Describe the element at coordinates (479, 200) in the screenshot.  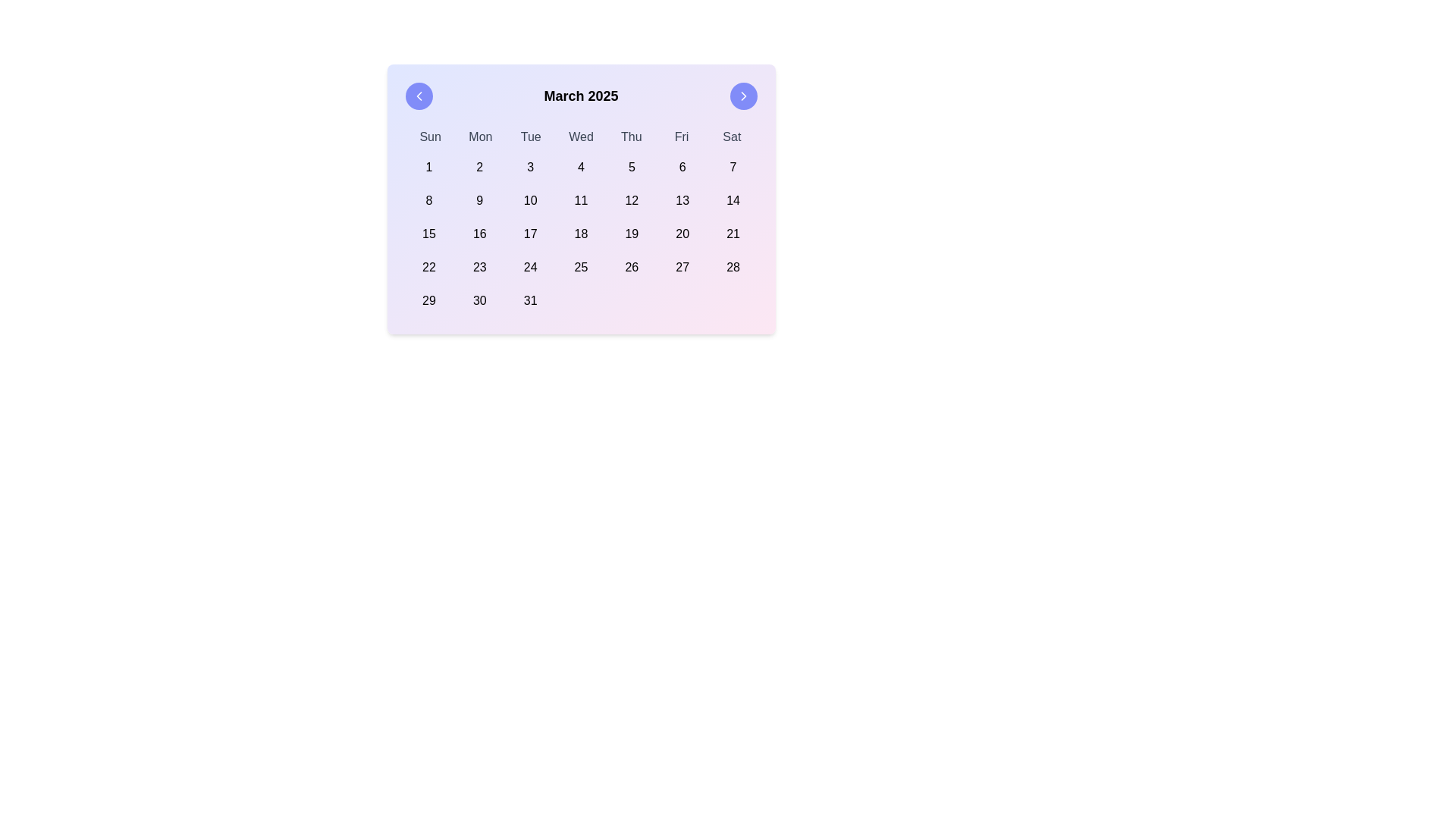
I see `the selectable day '9' in the calendar` at that location.